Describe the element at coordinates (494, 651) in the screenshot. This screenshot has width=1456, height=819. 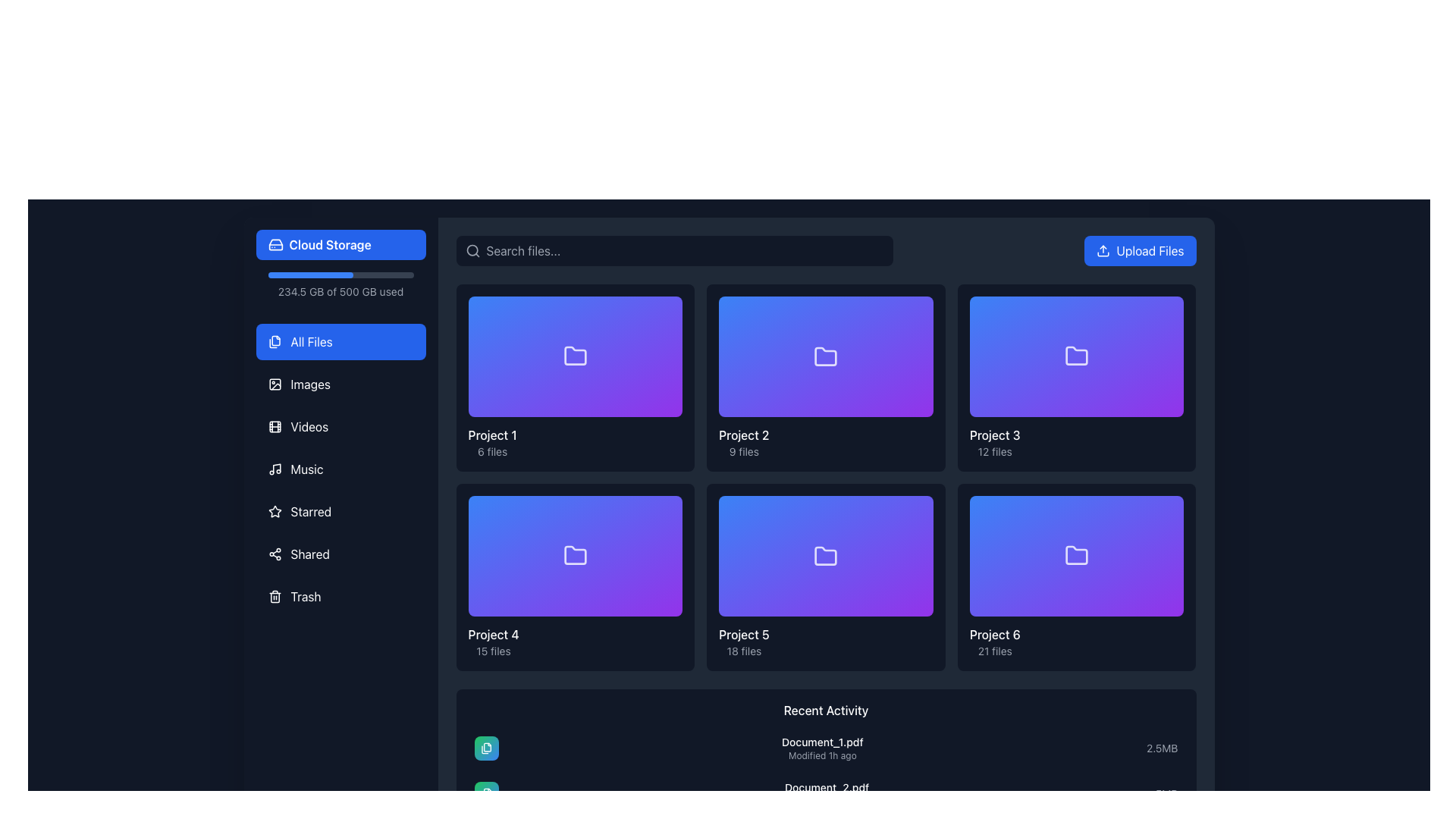
I see `text label displaying '15 files' located beneath the 'Project 4' heading in the card-style layout` at that location.